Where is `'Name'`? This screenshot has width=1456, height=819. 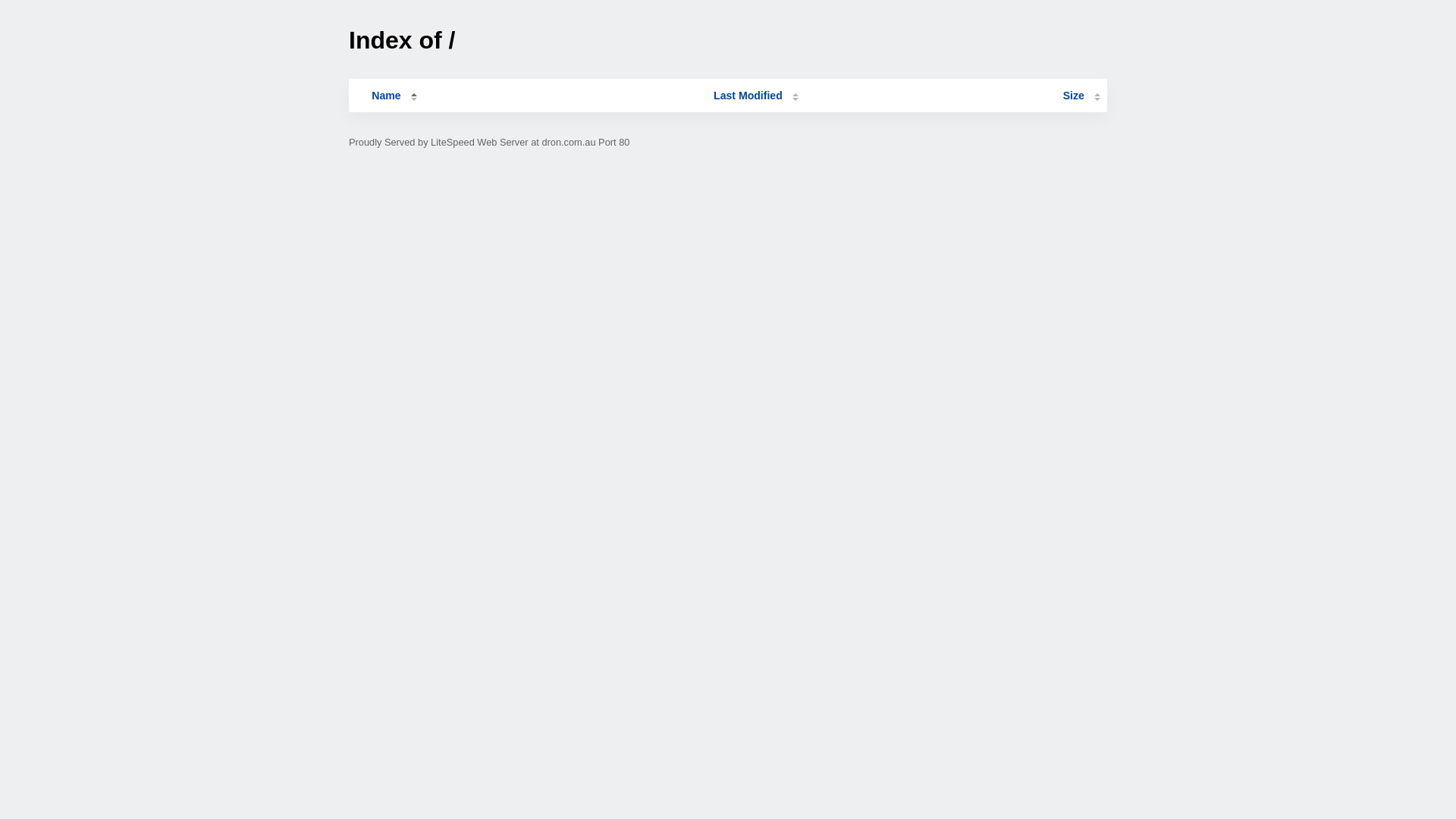 'Name' is located at coordinates (385, 96).